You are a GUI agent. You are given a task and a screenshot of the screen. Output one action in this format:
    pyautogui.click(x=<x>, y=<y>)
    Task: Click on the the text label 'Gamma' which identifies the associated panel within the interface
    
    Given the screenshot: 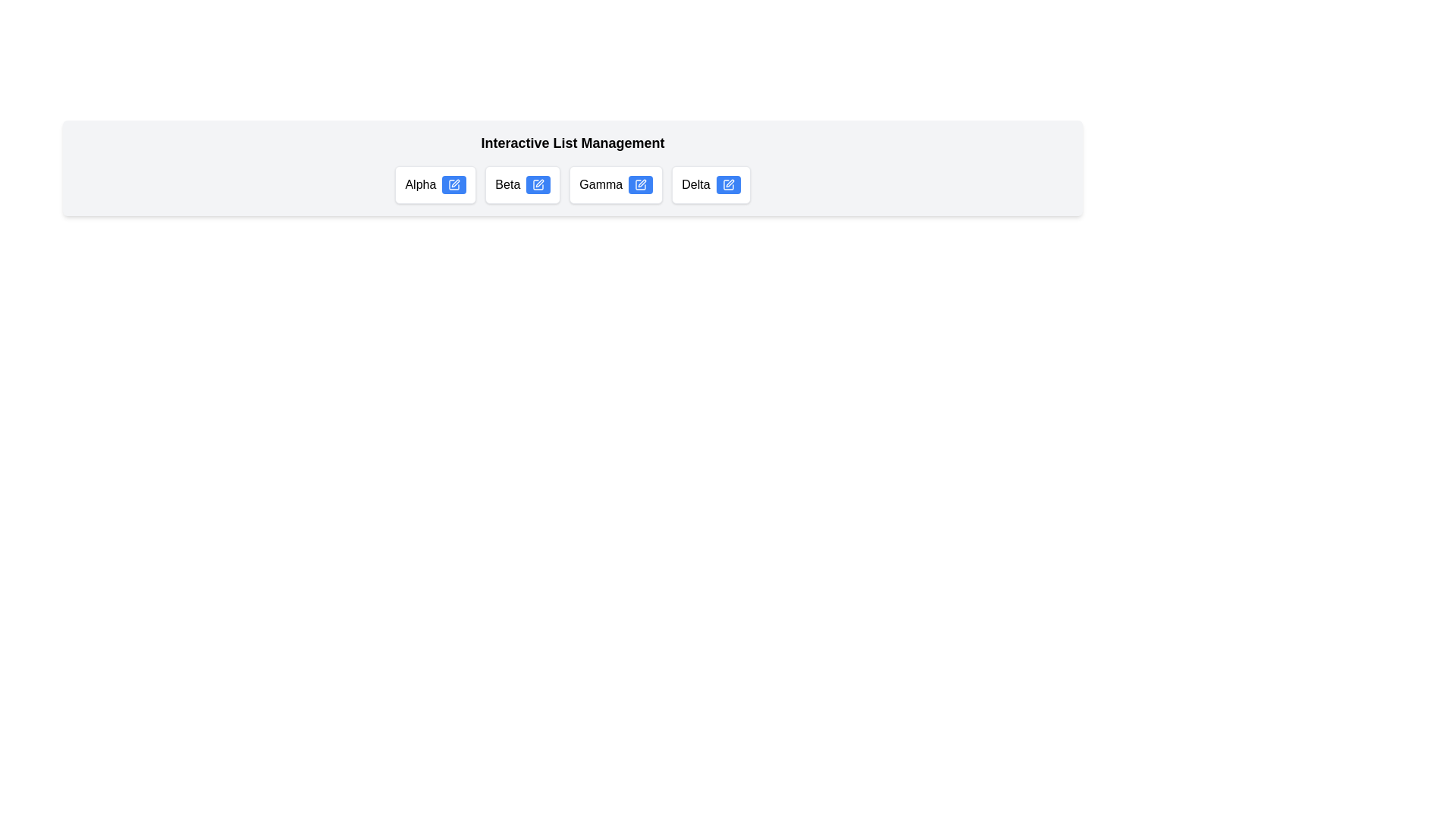 What is the action you would take?
    pyautogui.click(x=600, y=184)
    